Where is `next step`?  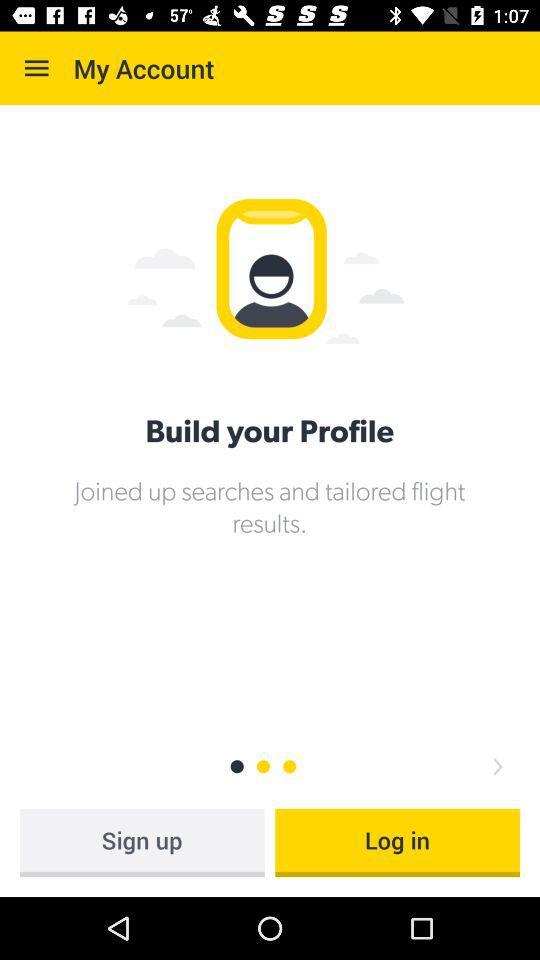 next step is located at coordinates (496, 765).